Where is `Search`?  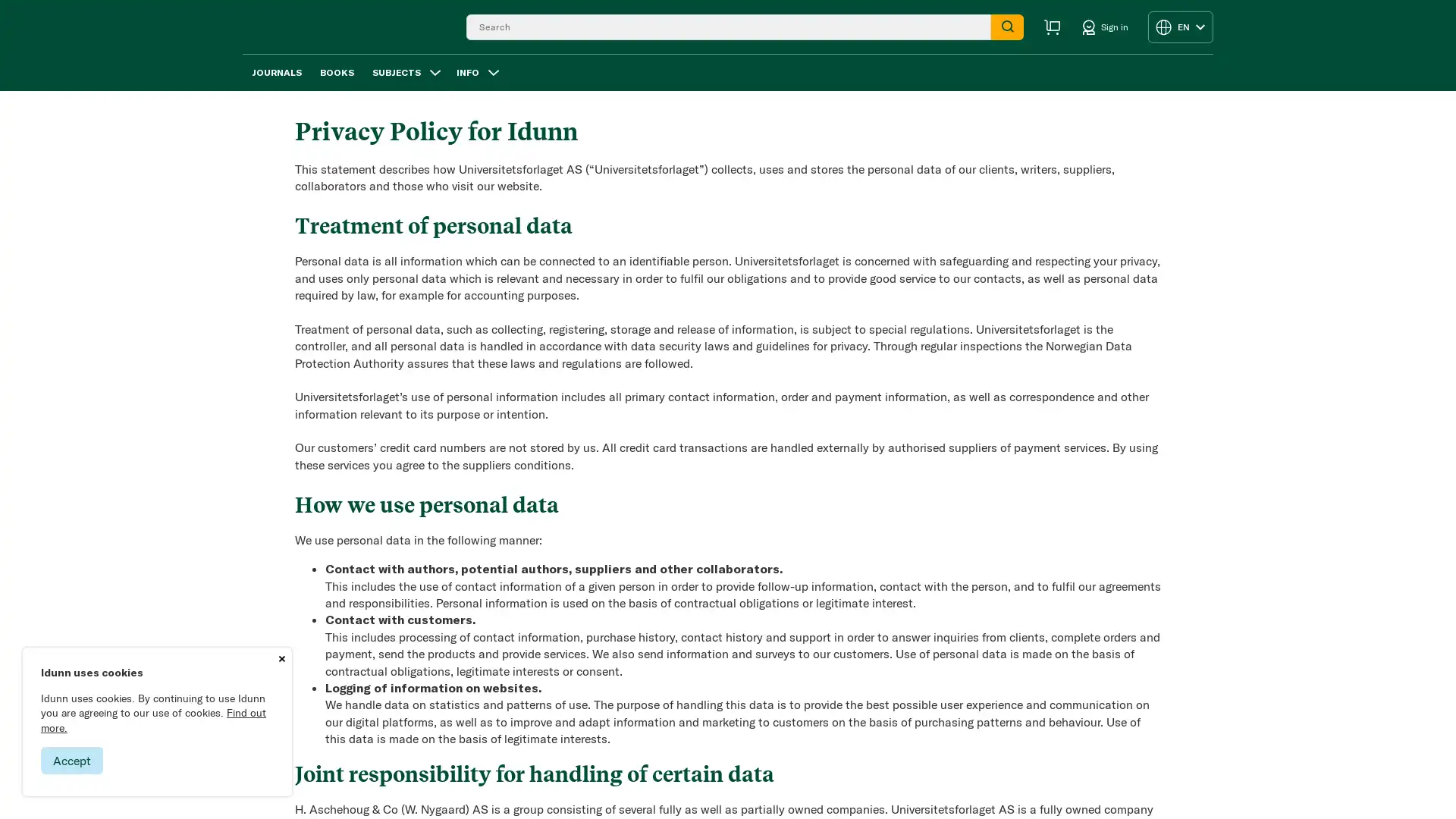 Search is located at coordinates (1007, 26).